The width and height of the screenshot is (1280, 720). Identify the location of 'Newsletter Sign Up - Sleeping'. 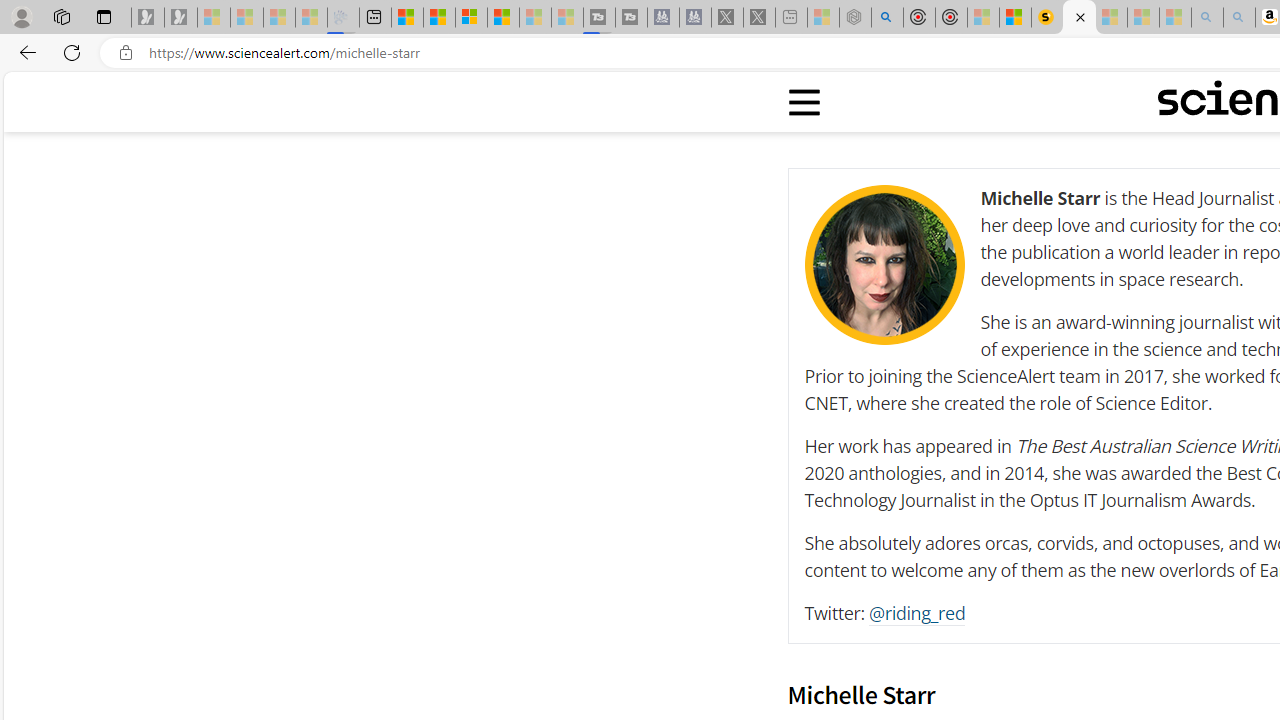
(181, 17).